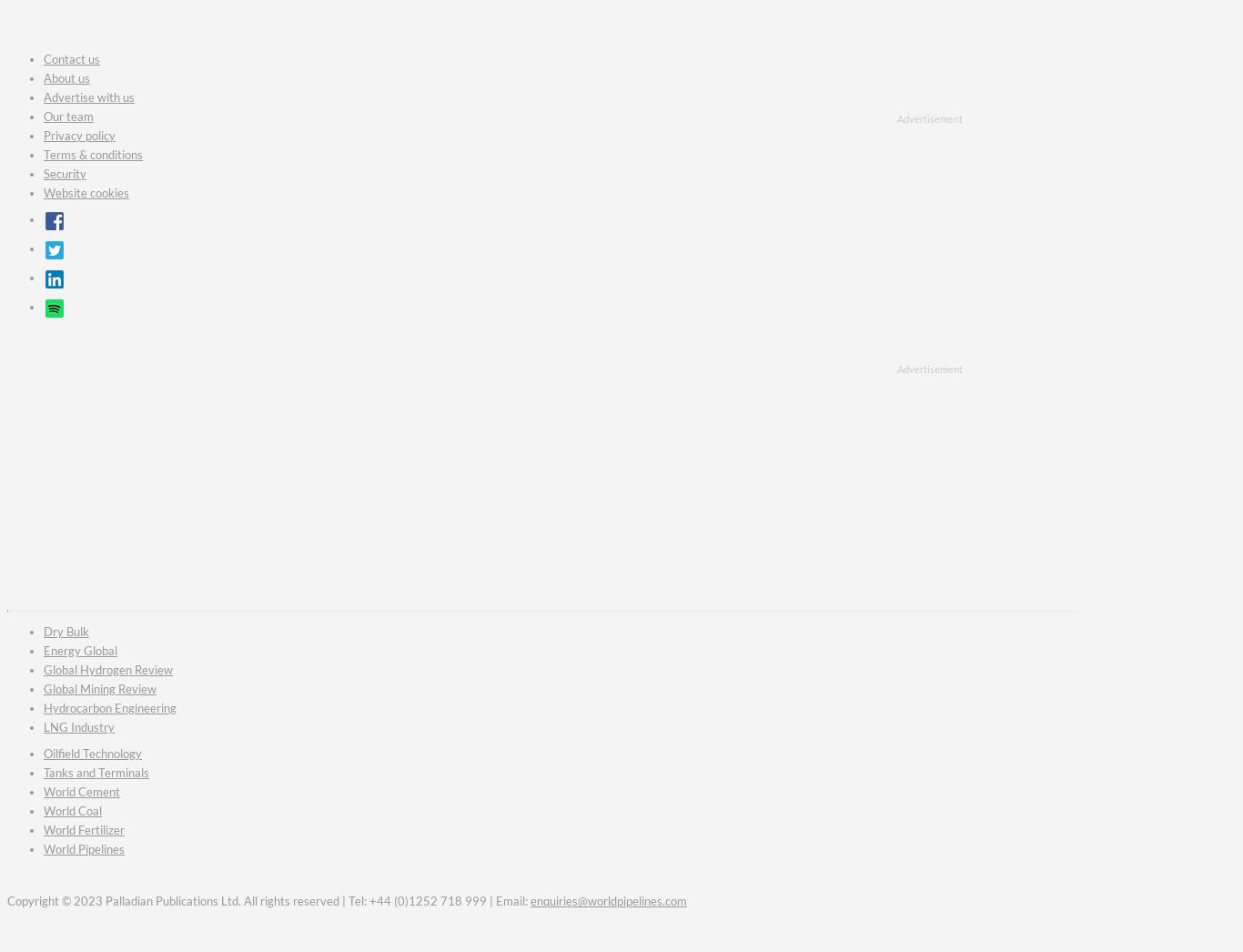  What do you see at coordinates (93, 154) in the screenshot?
I see `'Terms & conditions'` at bounding box center [93, 154].